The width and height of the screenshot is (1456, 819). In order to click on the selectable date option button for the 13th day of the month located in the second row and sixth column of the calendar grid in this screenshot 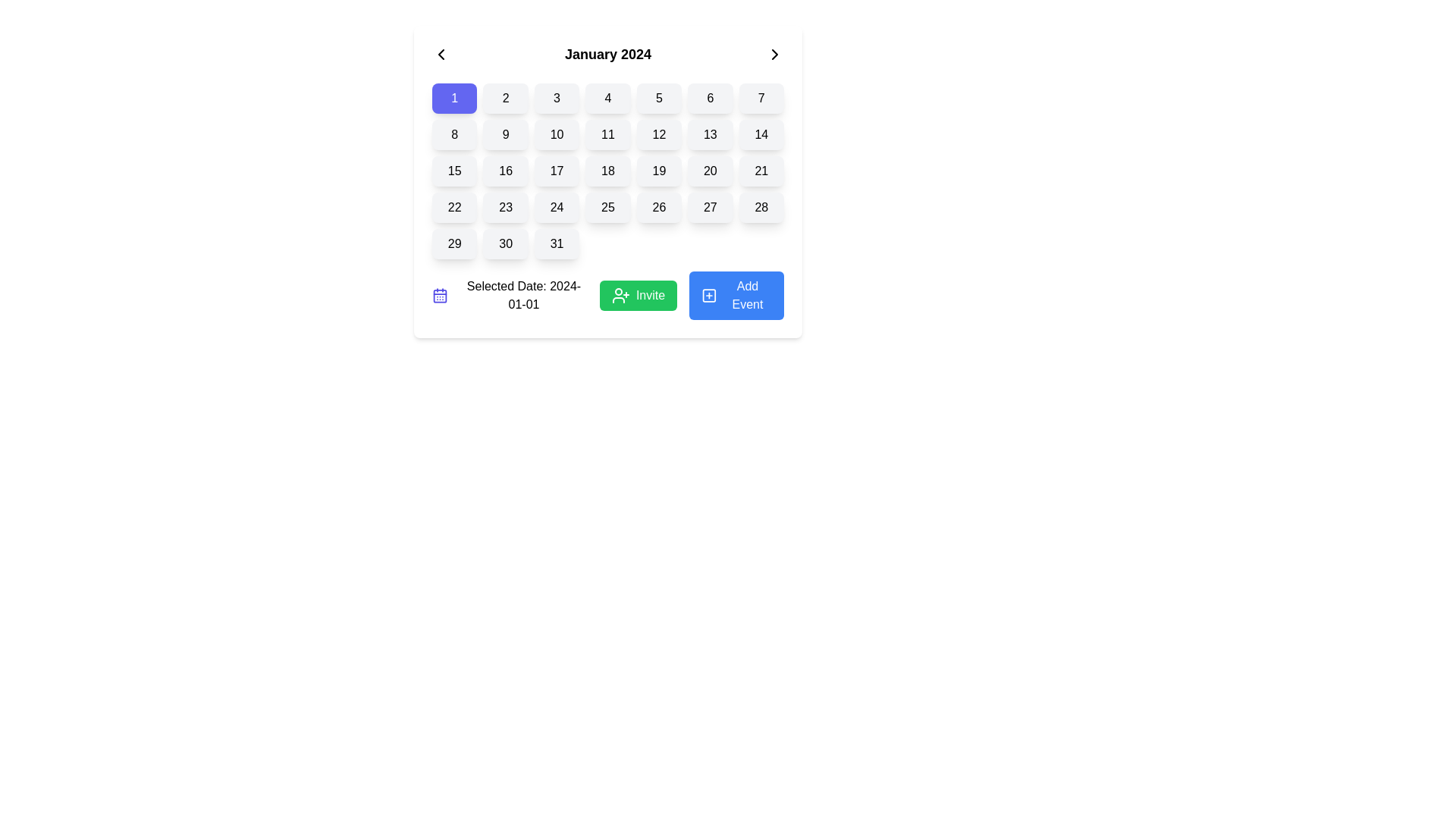, I will do `click(709, 133)`.